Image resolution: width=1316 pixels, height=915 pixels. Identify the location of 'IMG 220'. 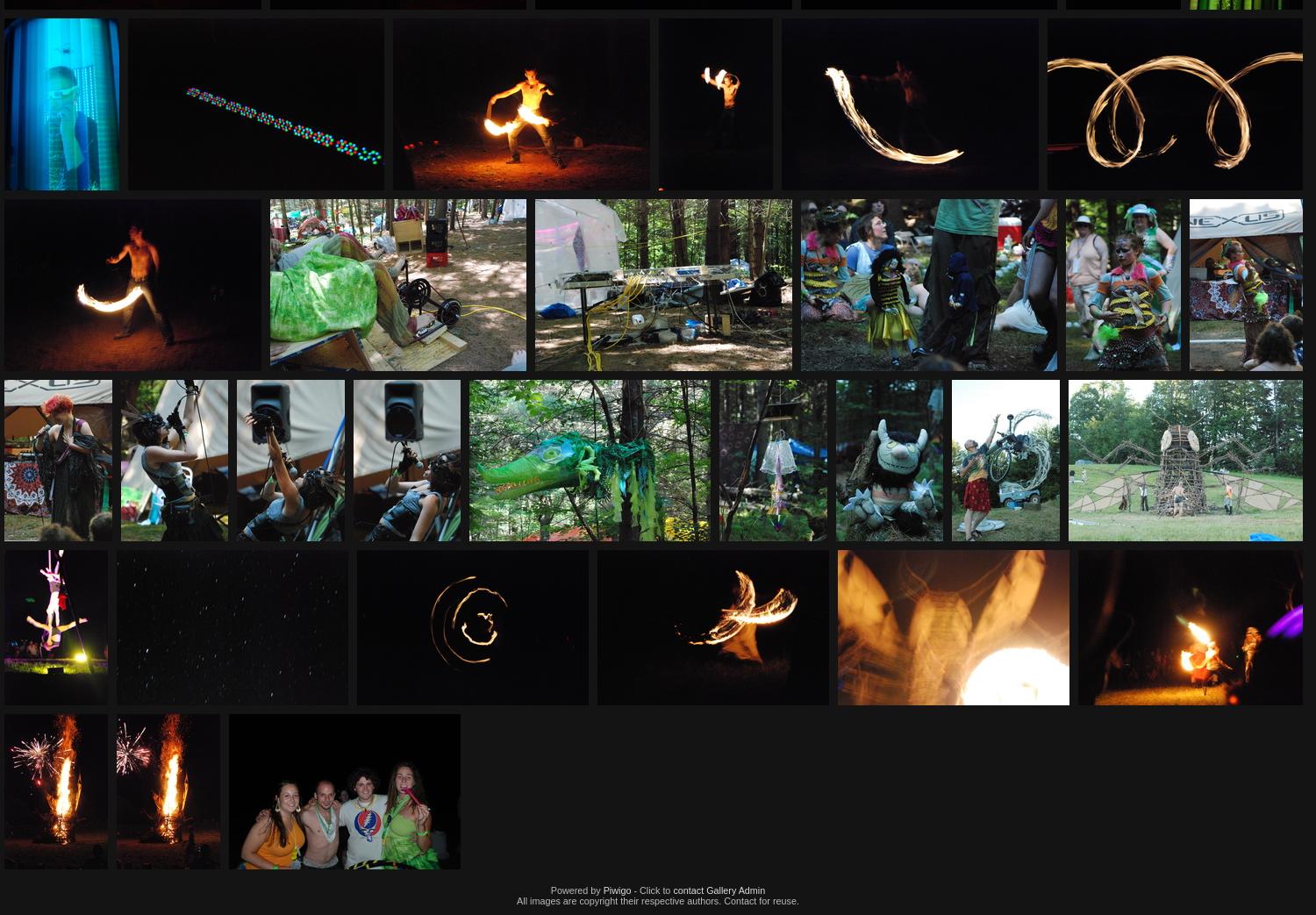
(1126, 21).